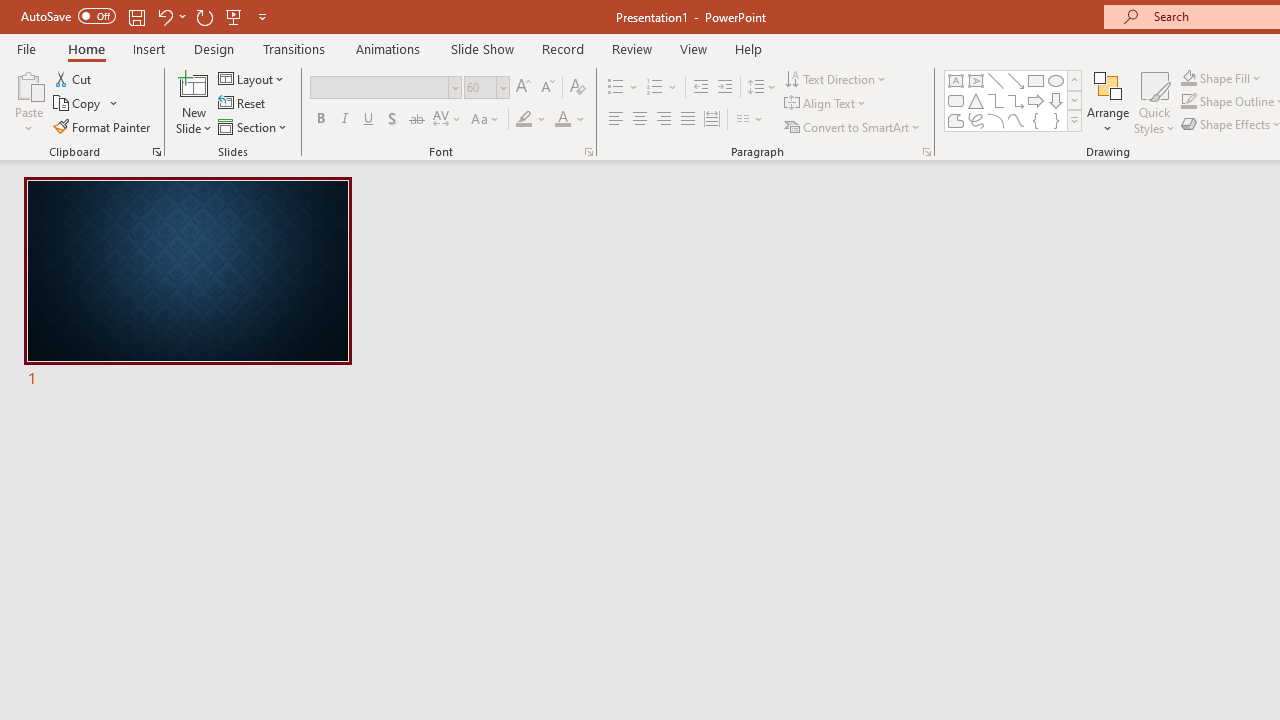 The image size is (1280, 720). What do you see at coordinates (662, 86) in the screenshot?
I see `'Numbering'` at bounding box center [662, 86].